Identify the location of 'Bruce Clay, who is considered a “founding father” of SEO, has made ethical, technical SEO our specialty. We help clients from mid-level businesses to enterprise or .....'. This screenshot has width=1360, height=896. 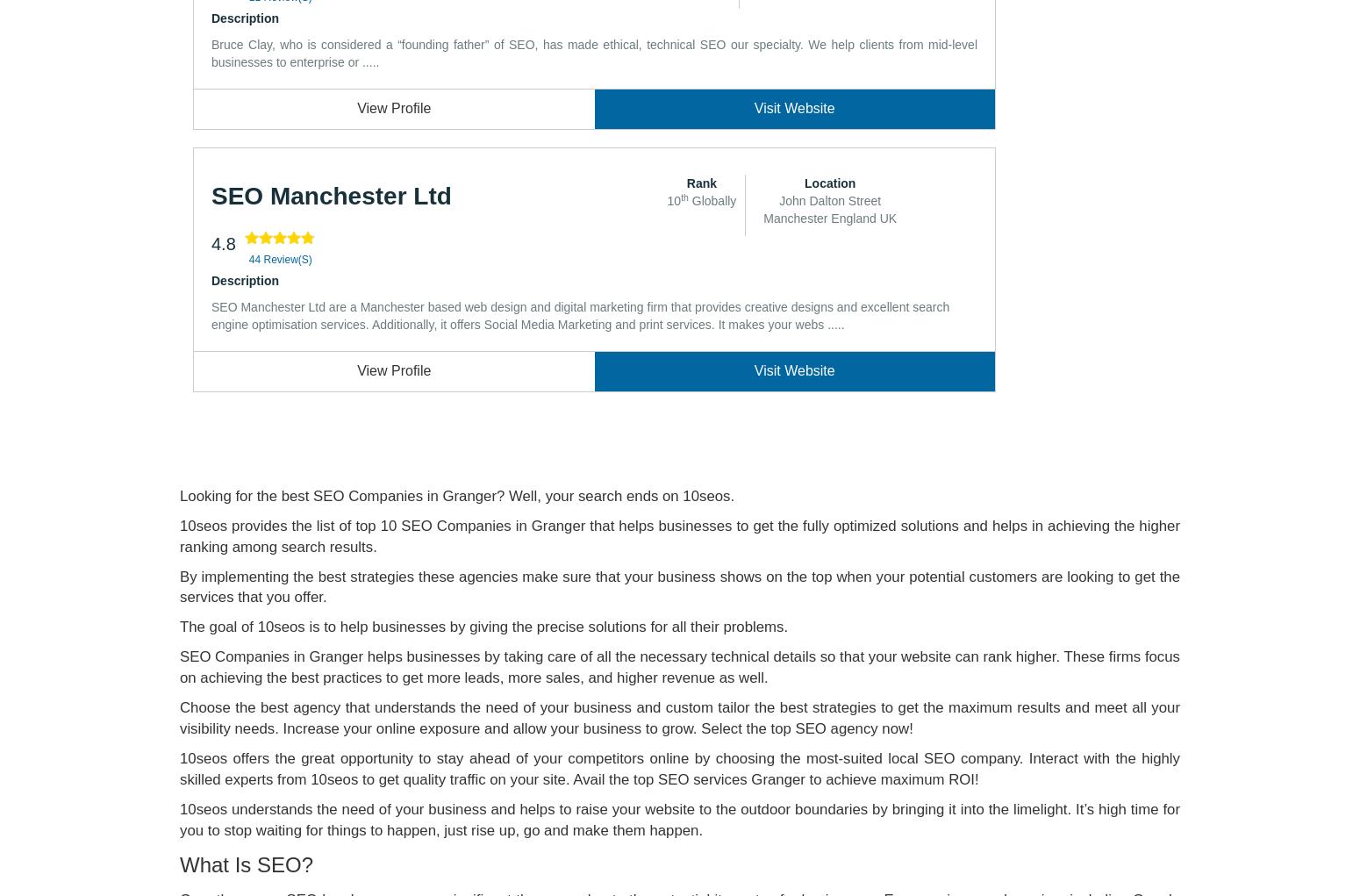
(593, 53).